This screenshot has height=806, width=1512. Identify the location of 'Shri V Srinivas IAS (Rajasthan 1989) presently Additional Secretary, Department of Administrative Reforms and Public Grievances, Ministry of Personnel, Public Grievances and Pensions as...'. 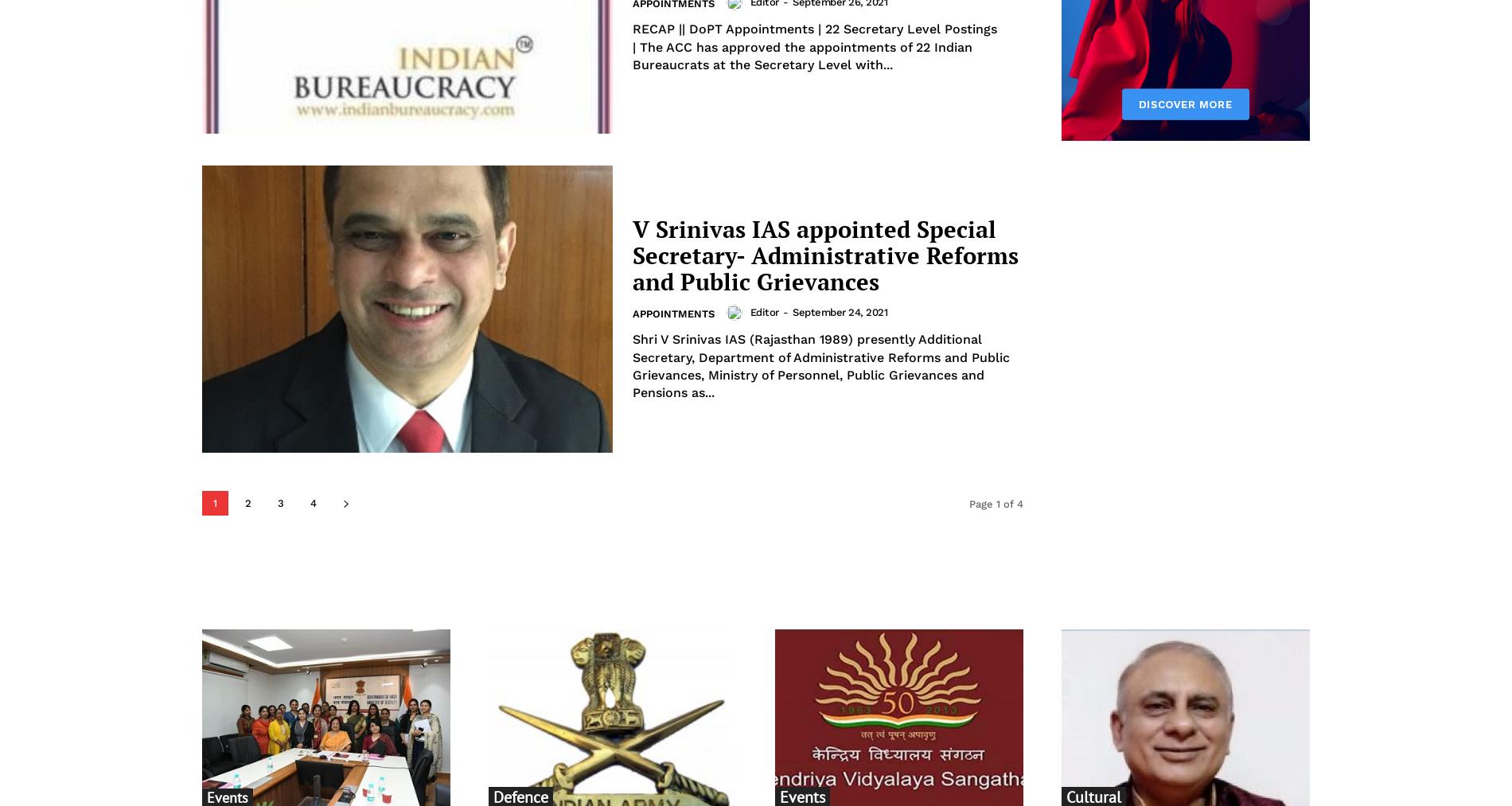
(821, 365).